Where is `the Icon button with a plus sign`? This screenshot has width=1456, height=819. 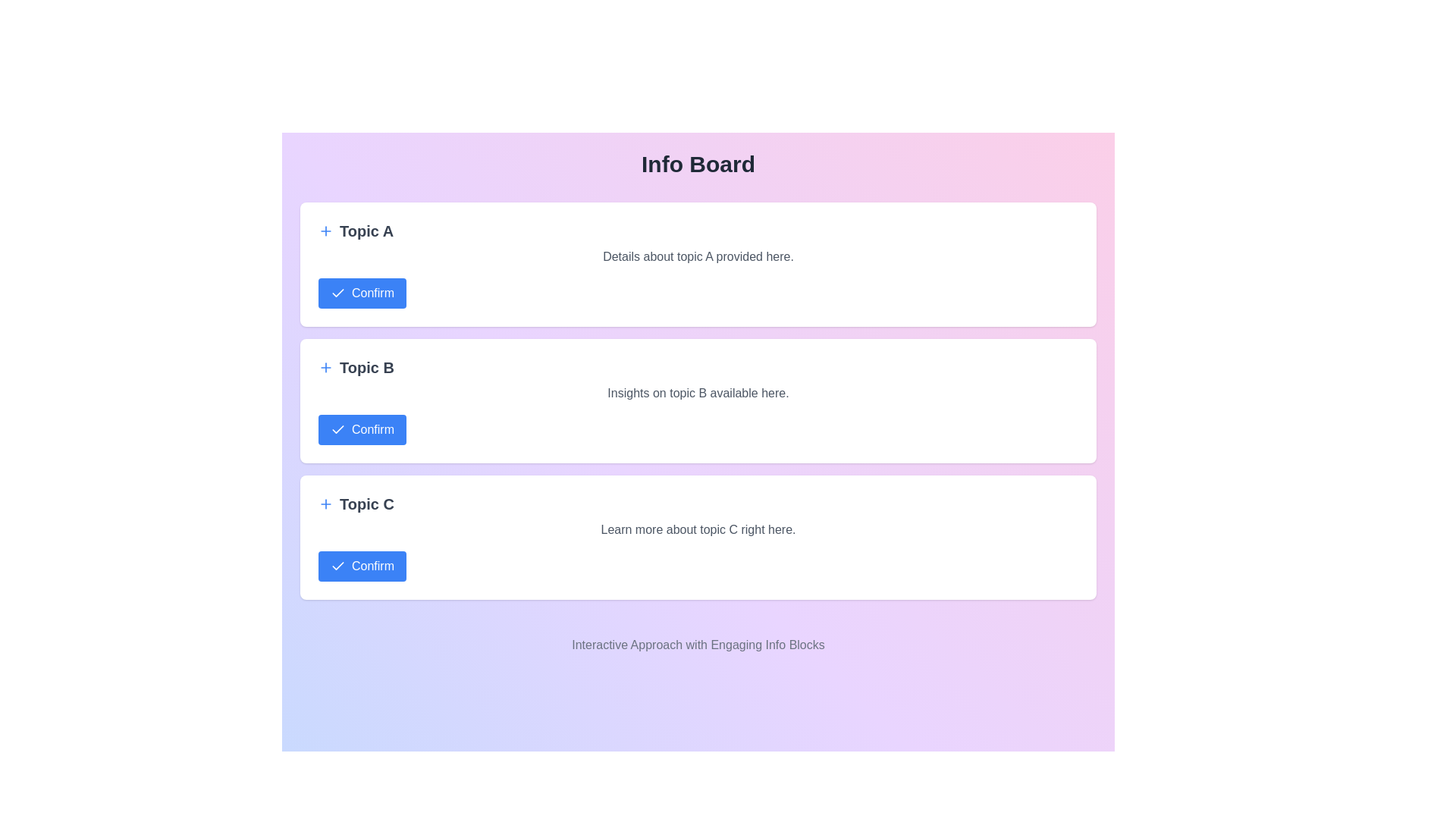
the Icon button with a plus sign is located at coordinates (325, 368).